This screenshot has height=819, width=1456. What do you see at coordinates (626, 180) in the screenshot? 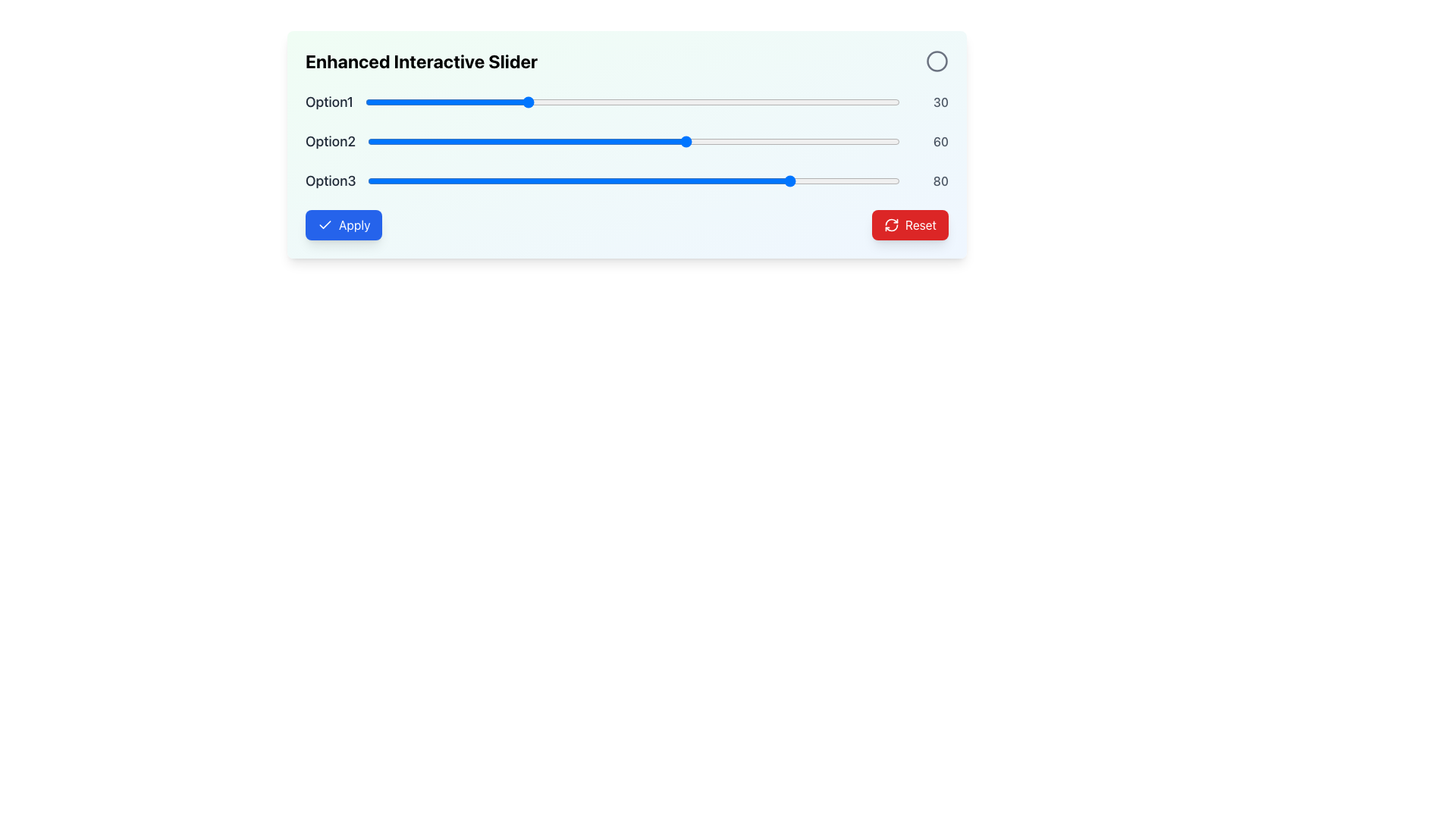
I see `the track of the 'Option3' slider component to set a specific value` at bounding box center [626, 180].